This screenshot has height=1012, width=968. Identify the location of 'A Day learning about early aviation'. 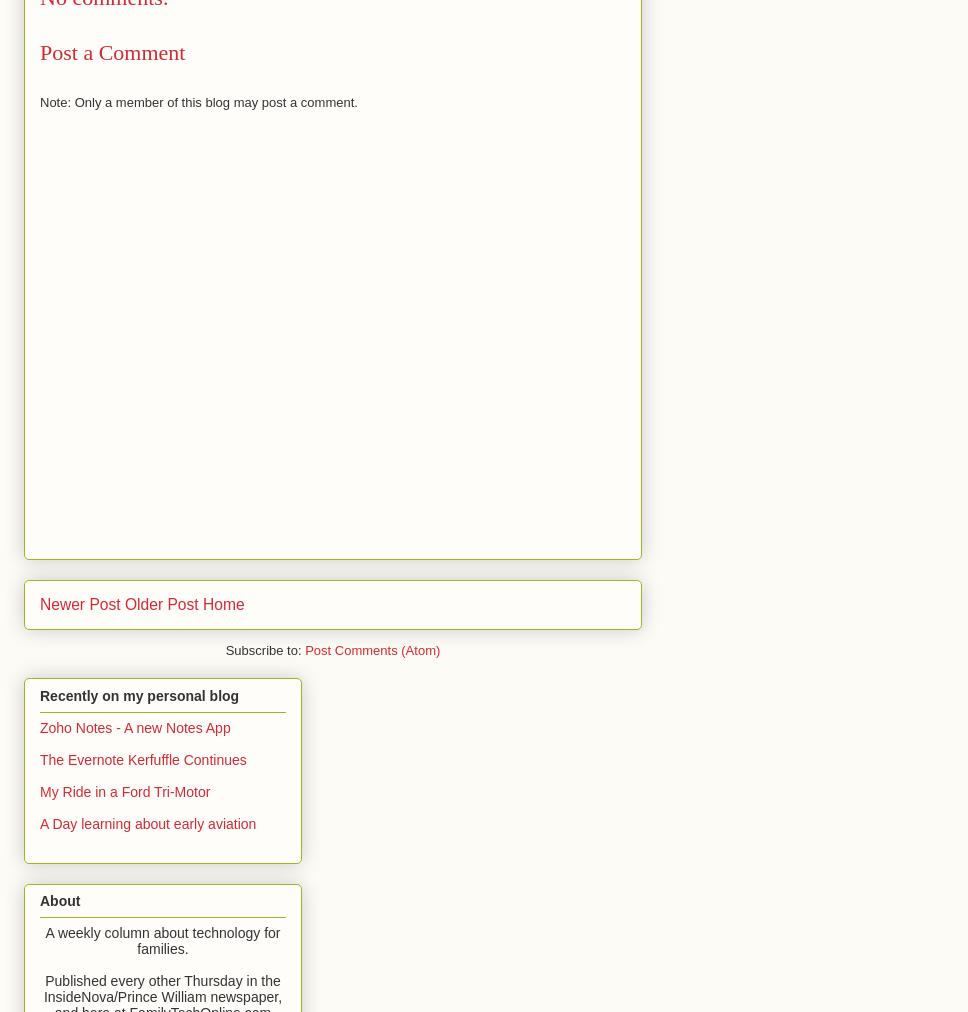
(147, 821).